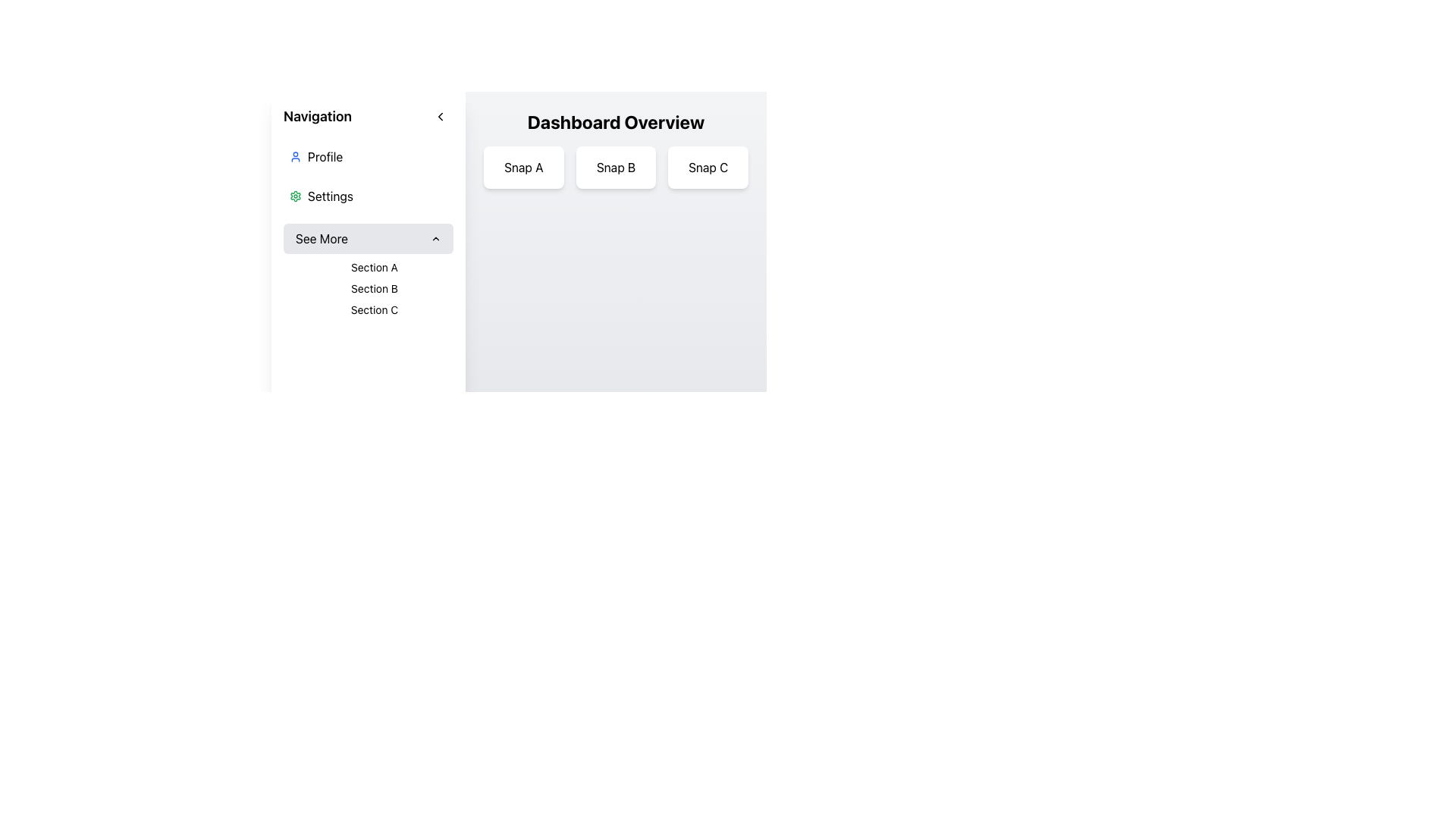 The image size is (1456, 819). What do you see at coordinates (375, 289) in the screenshot?
I see `the 'Section B' text label, which is the second item in the vertical list of labeled sections in the left-hand navigation panel` at bounding box center [375, 289].